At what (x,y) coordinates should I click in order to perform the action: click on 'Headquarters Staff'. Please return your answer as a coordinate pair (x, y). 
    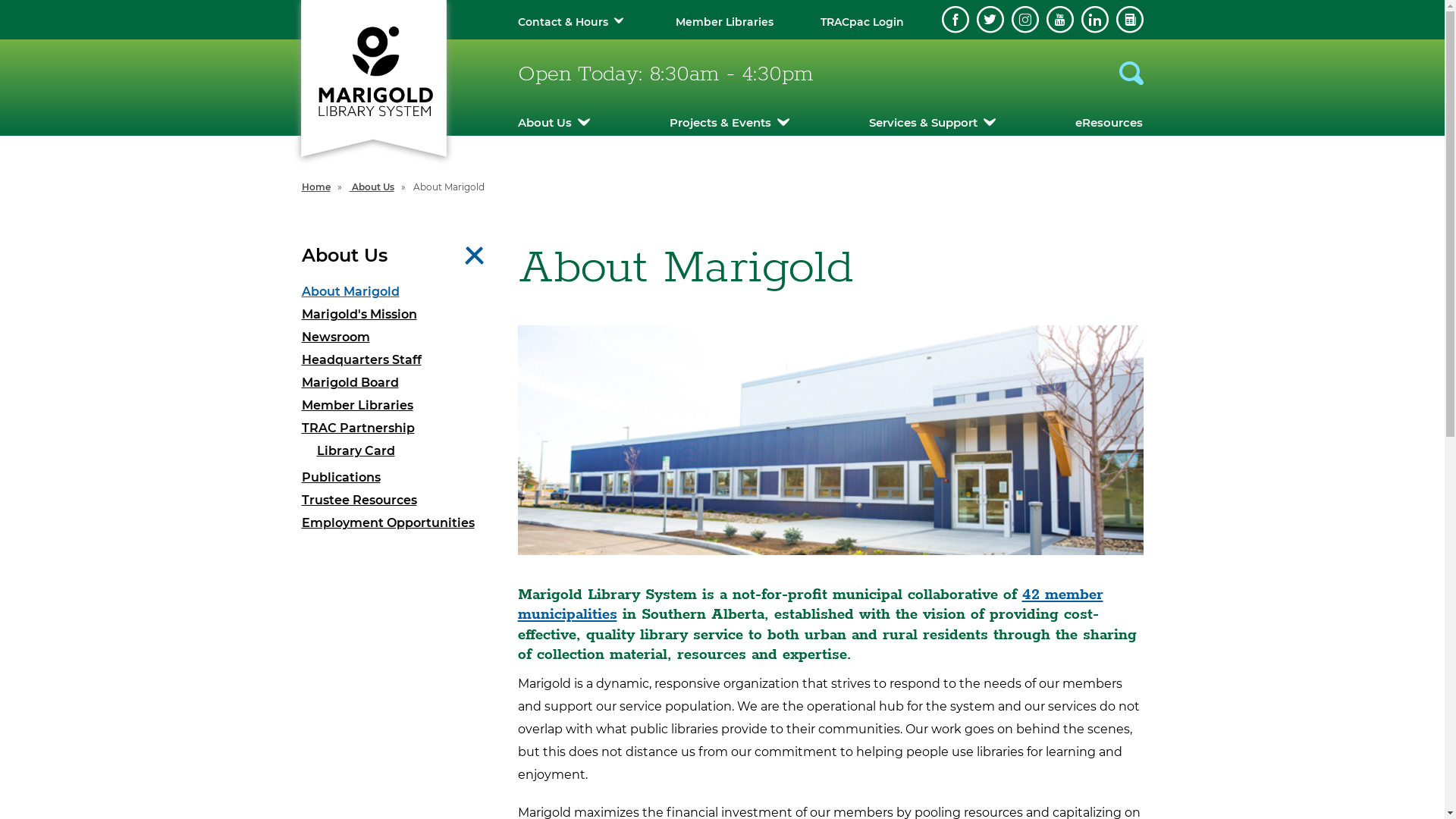
    Looking at the image, I should click on (398, 359).